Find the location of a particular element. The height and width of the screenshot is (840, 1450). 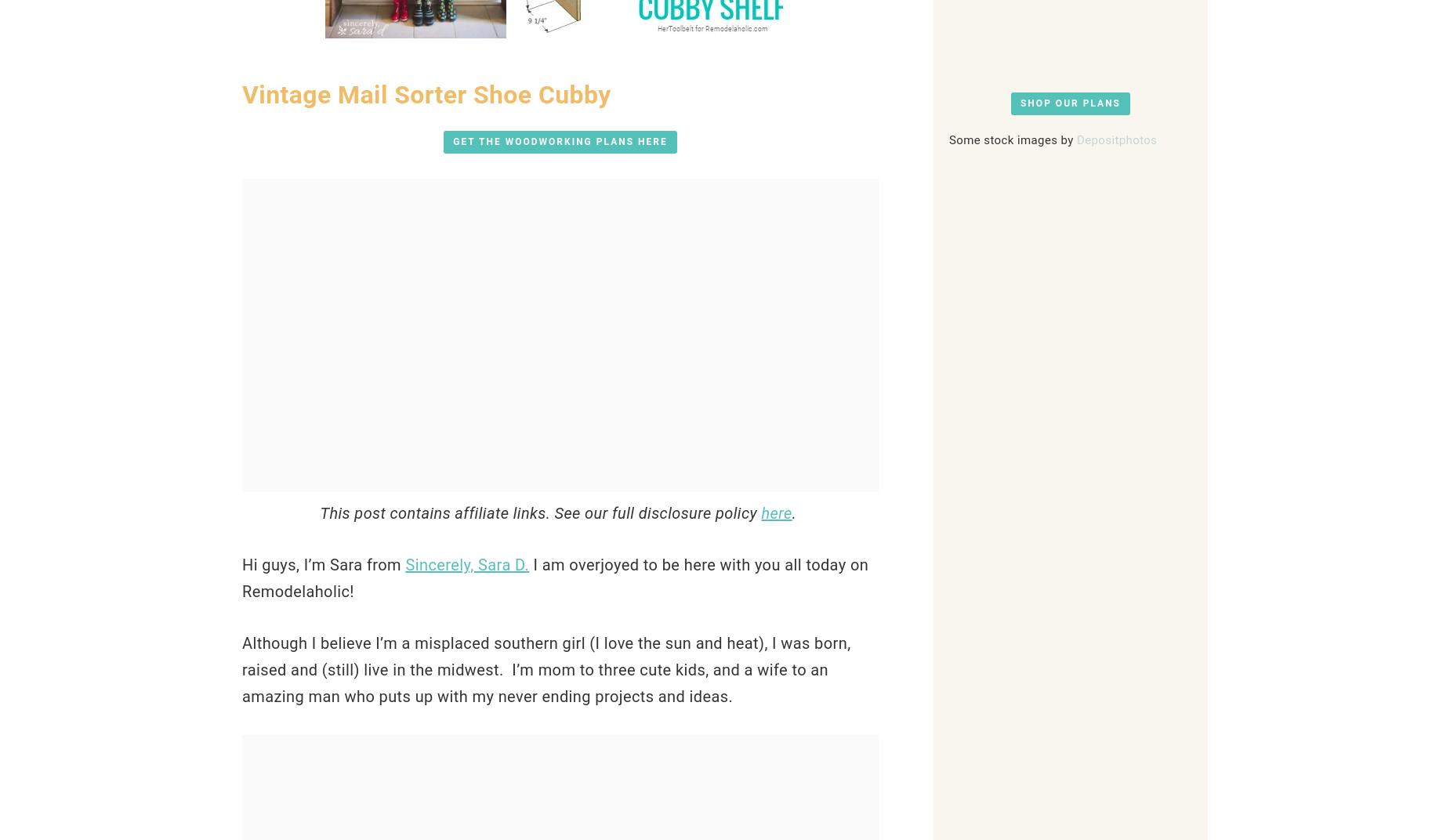

'Some stock images by' is located at coordinates (948, 138).